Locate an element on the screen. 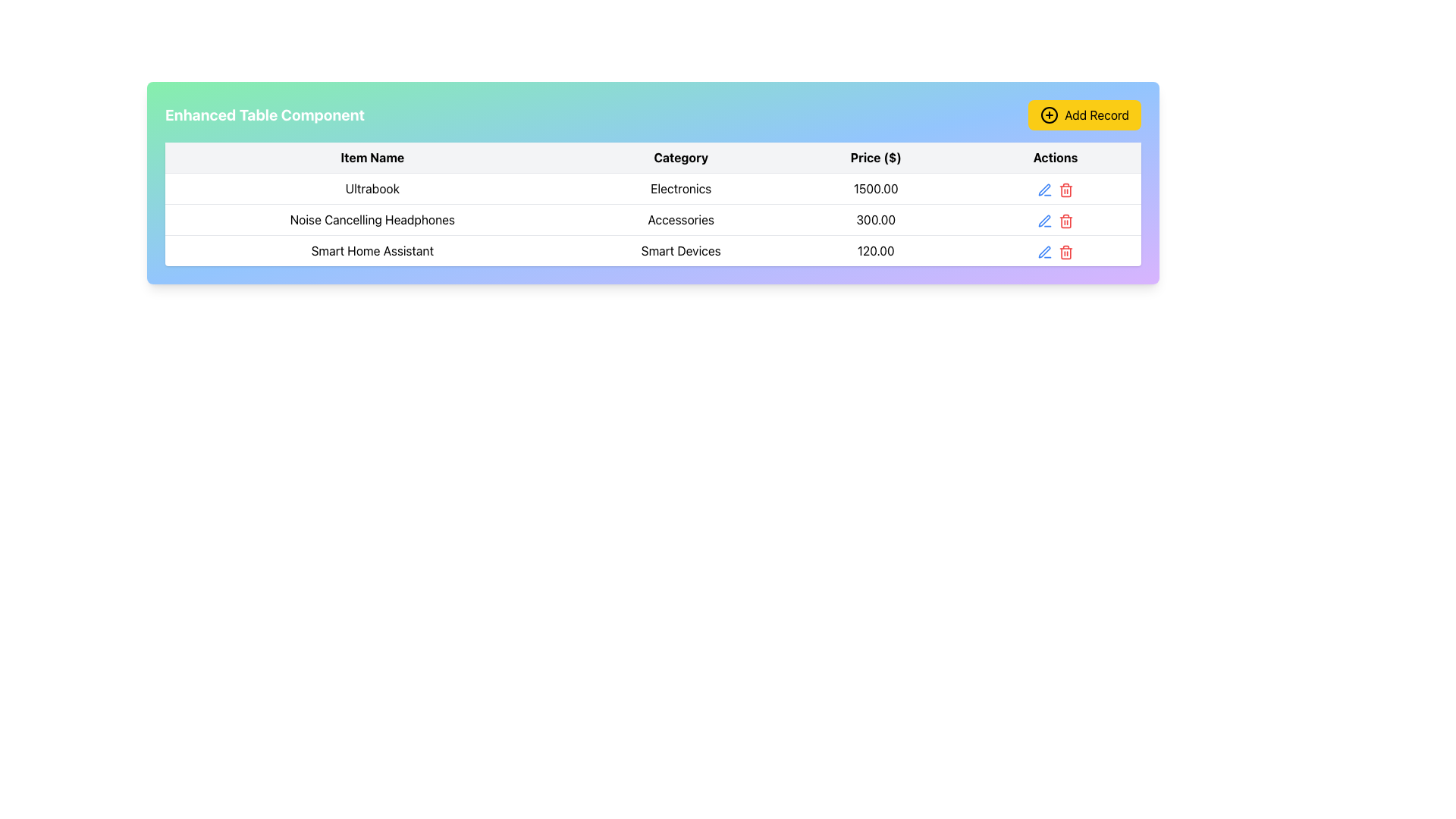 This screenshot has width=1456, height=819. the 'Actions' text label in the header of the table, which indicates action-related controls for the items listed is located at coordinates (1055, 158).